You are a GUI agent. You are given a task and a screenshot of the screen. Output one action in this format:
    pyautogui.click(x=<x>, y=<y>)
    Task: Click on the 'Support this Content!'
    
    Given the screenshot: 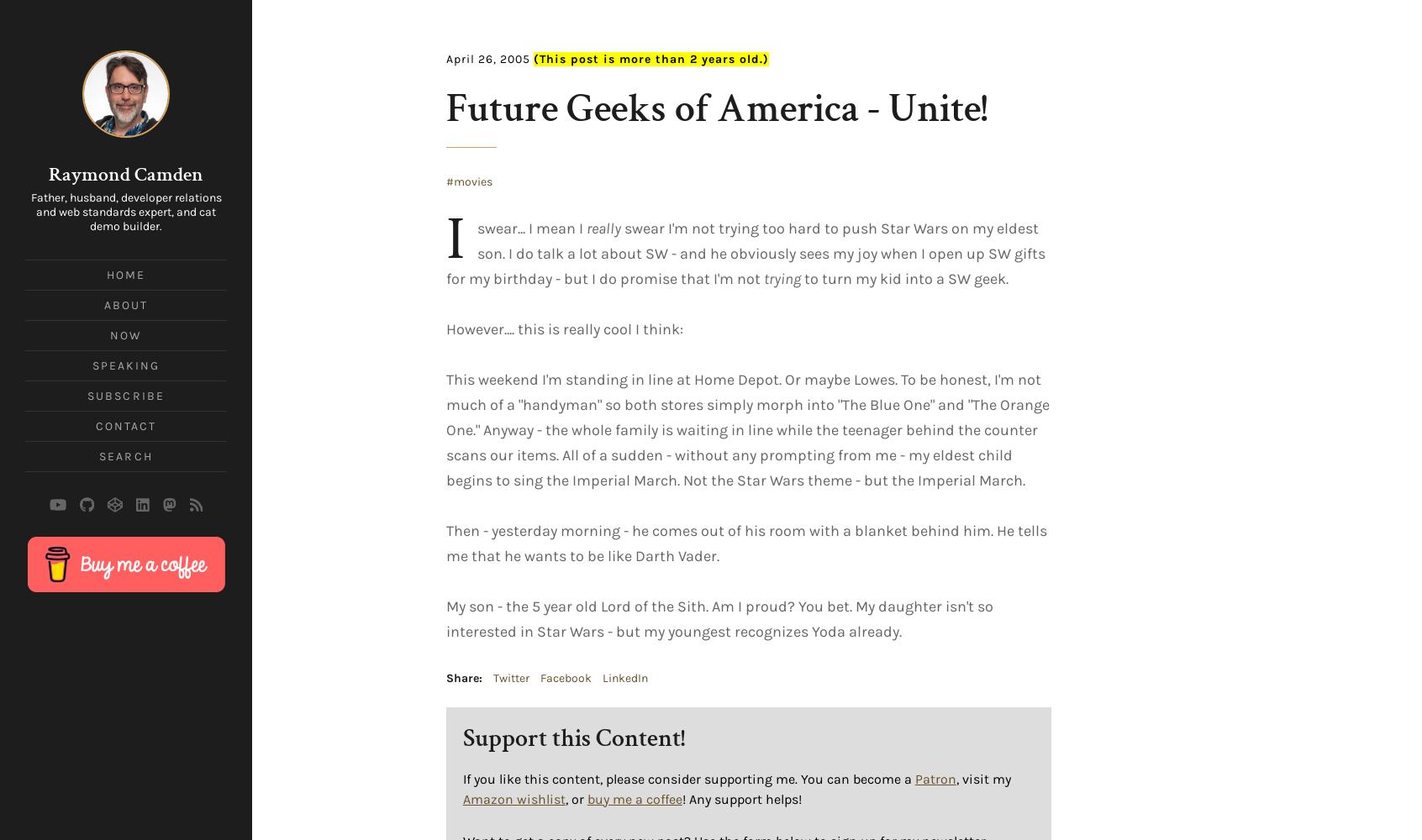 What is the action you would take?
    pyautogui.click(x=573, y=738)
    